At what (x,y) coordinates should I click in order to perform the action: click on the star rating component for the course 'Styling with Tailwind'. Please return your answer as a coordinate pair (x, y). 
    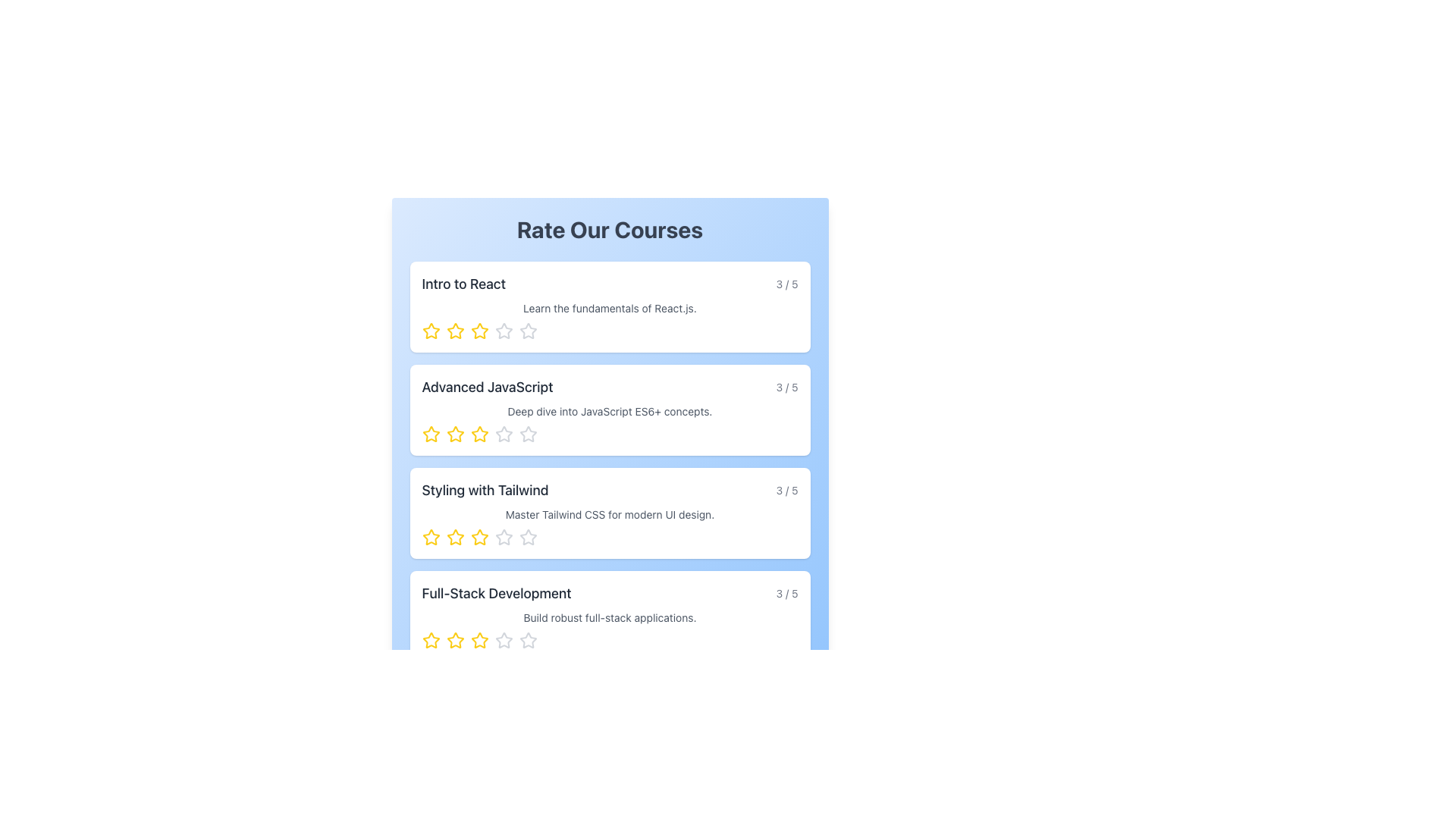
    Looking at the image, I should click on (610, 537).